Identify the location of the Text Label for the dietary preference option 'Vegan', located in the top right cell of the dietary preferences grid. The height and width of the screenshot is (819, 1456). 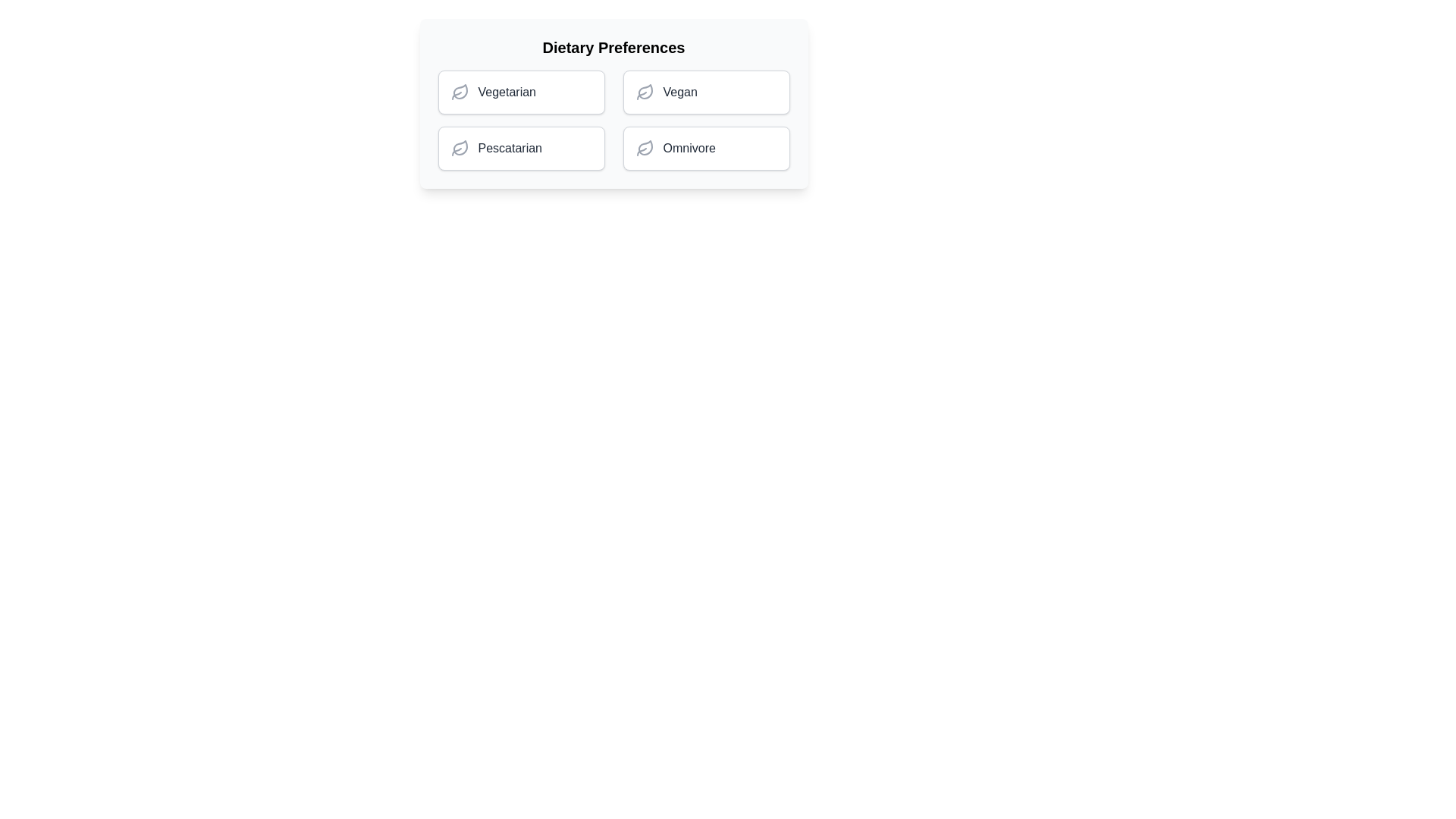
(679, 93).